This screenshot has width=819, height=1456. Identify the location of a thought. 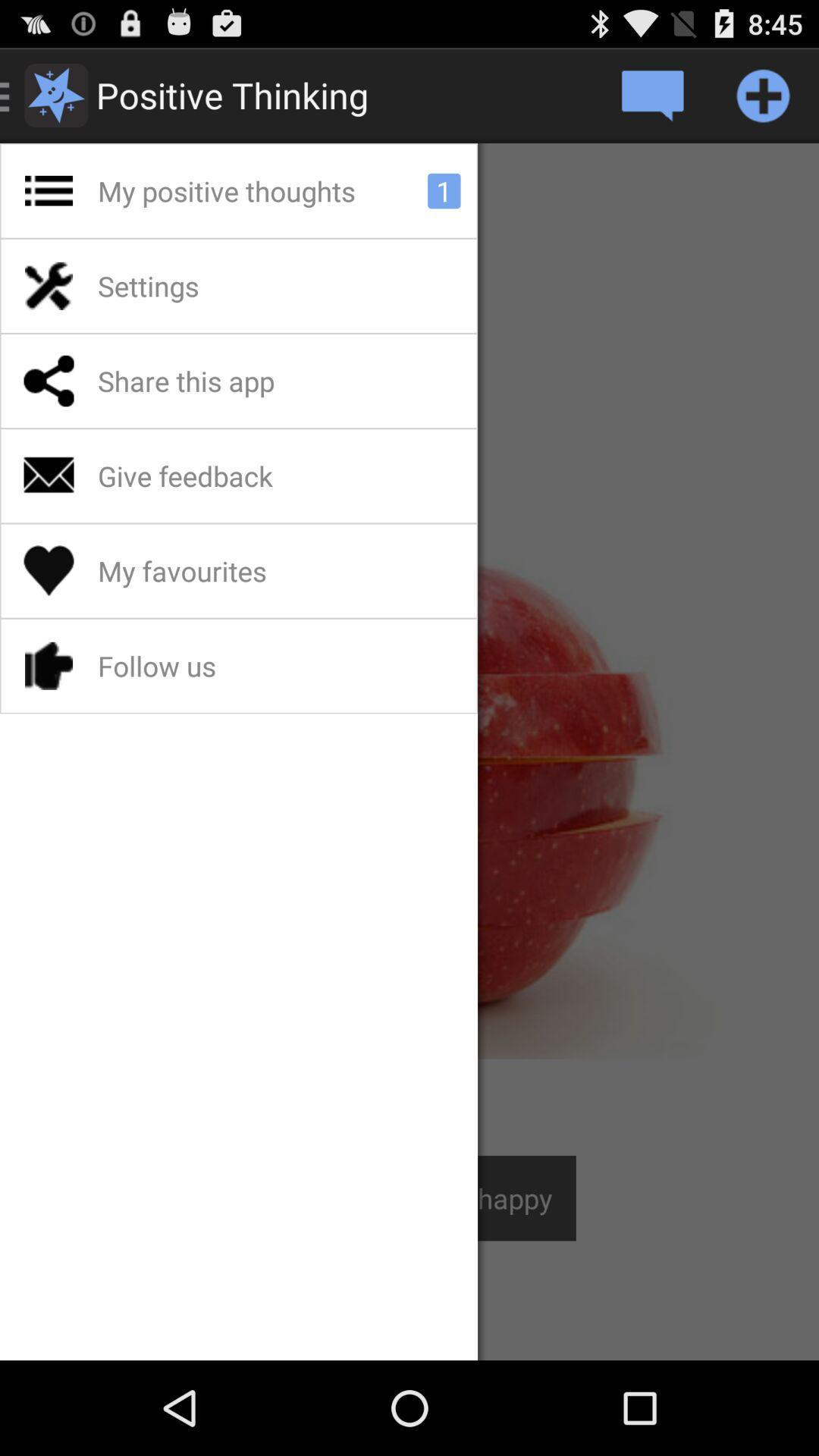
(763, 94).